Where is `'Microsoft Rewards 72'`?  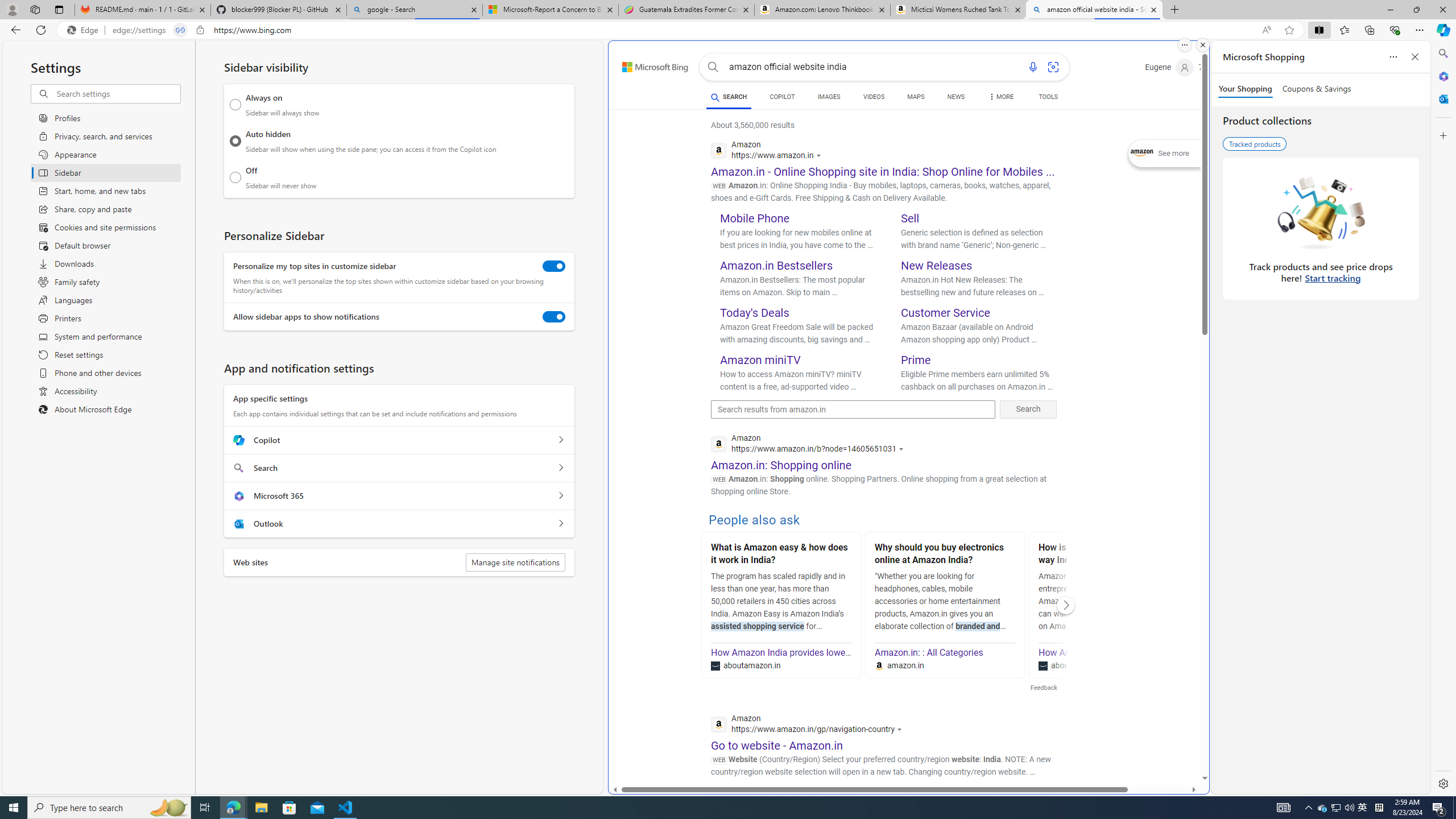
'Microsoft Rewards 72' is located at coordinates (1215, 67).